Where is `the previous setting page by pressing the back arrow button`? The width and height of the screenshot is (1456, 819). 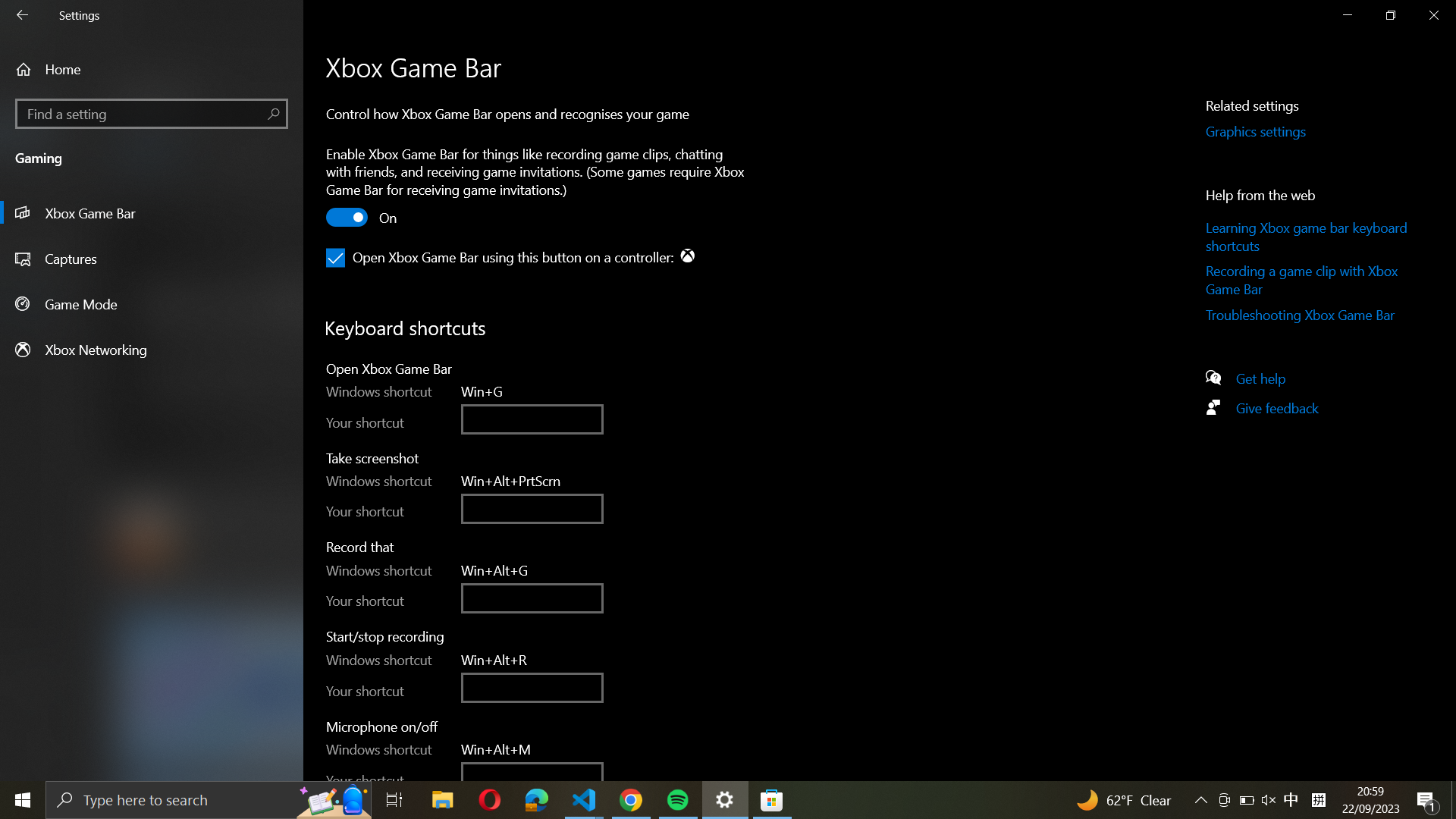
the previous setting page by pressing the back arrow button is located at coordinates (24, 16).